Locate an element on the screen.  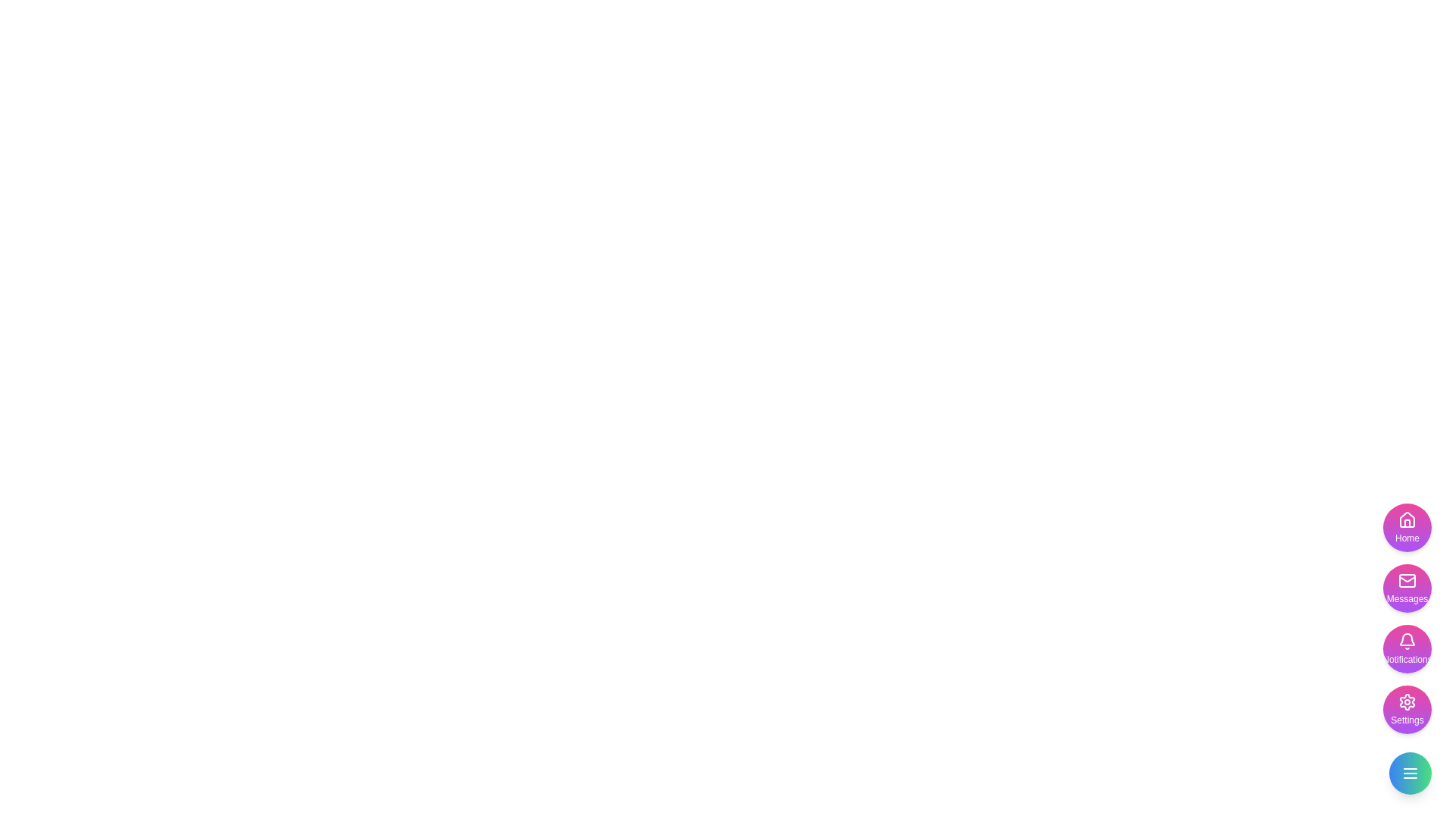
the envelope icon within the 'Messages' button, which is located in the second circular button of the vertical menu panel on the right side of the interface is located at coordinates (1407, 580).